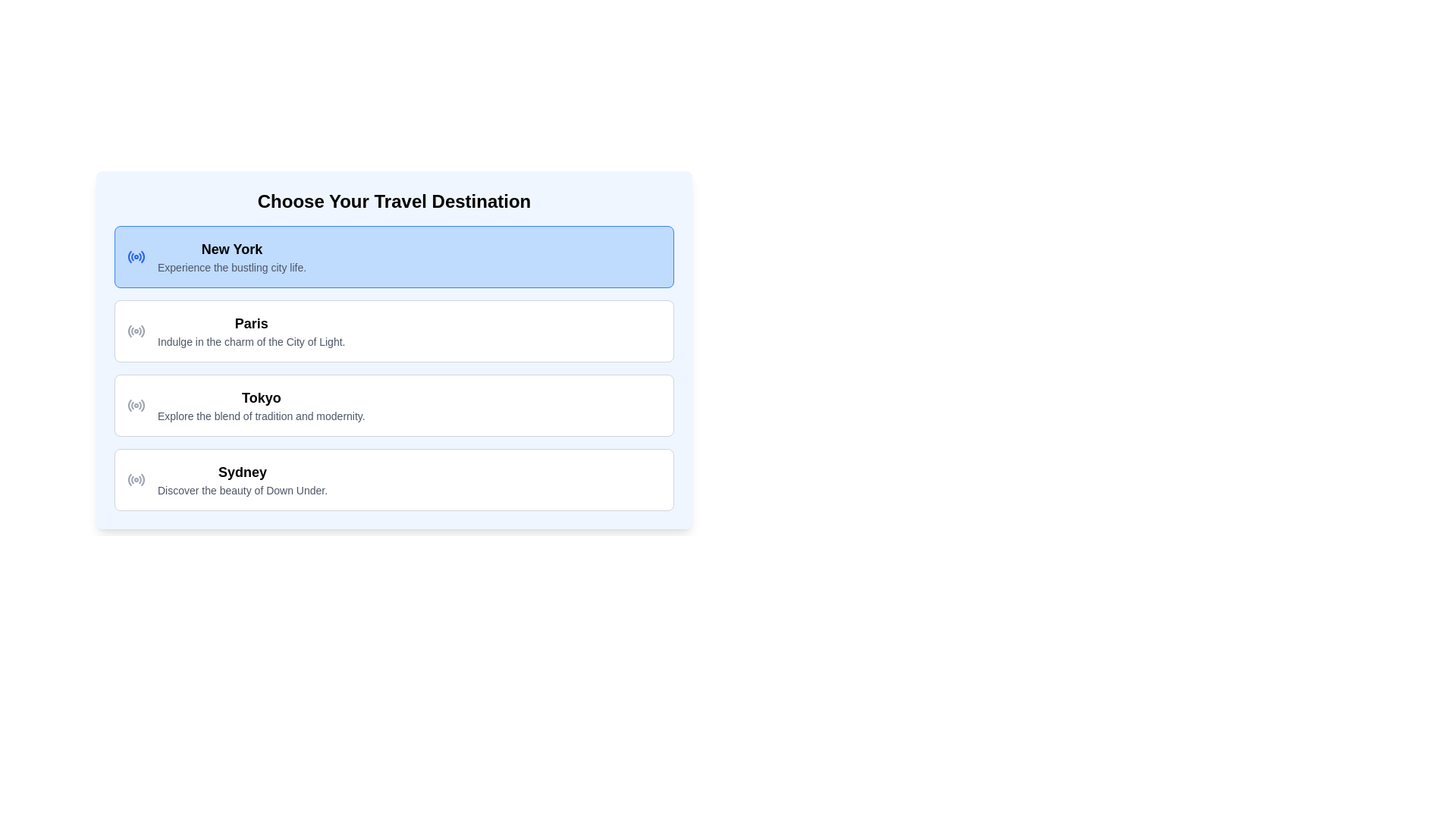 Image resolution: width=1456 pixels, height=819 pixels. What do you see at coordinates (261, 416) in the screenshot?
I see `text element that displays 'Explore the blend of tradition and modernity.' positioned beneath the 'Tokyo' heading in the travel destinations list` at bounding box center [261, 416].